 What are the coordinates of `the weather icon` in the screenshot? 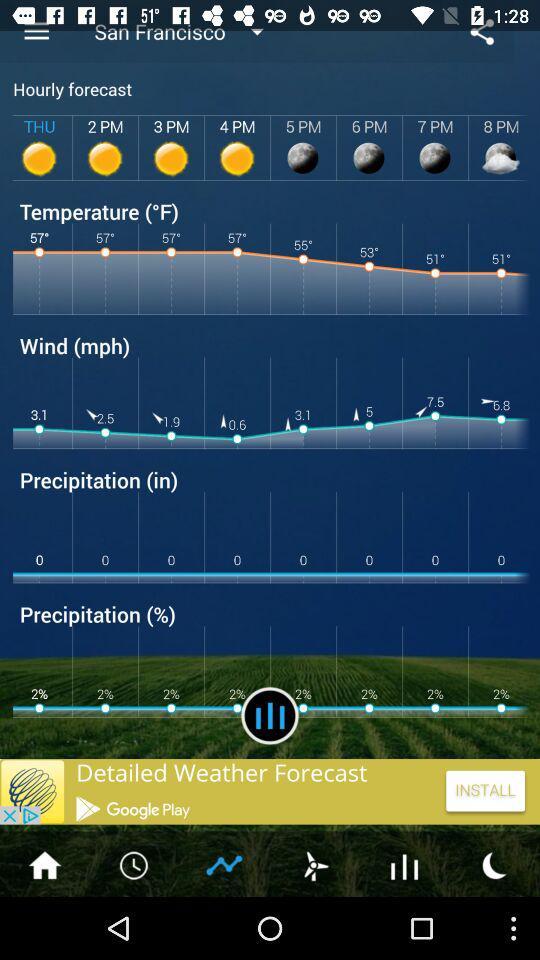 It's located at (494, 925).